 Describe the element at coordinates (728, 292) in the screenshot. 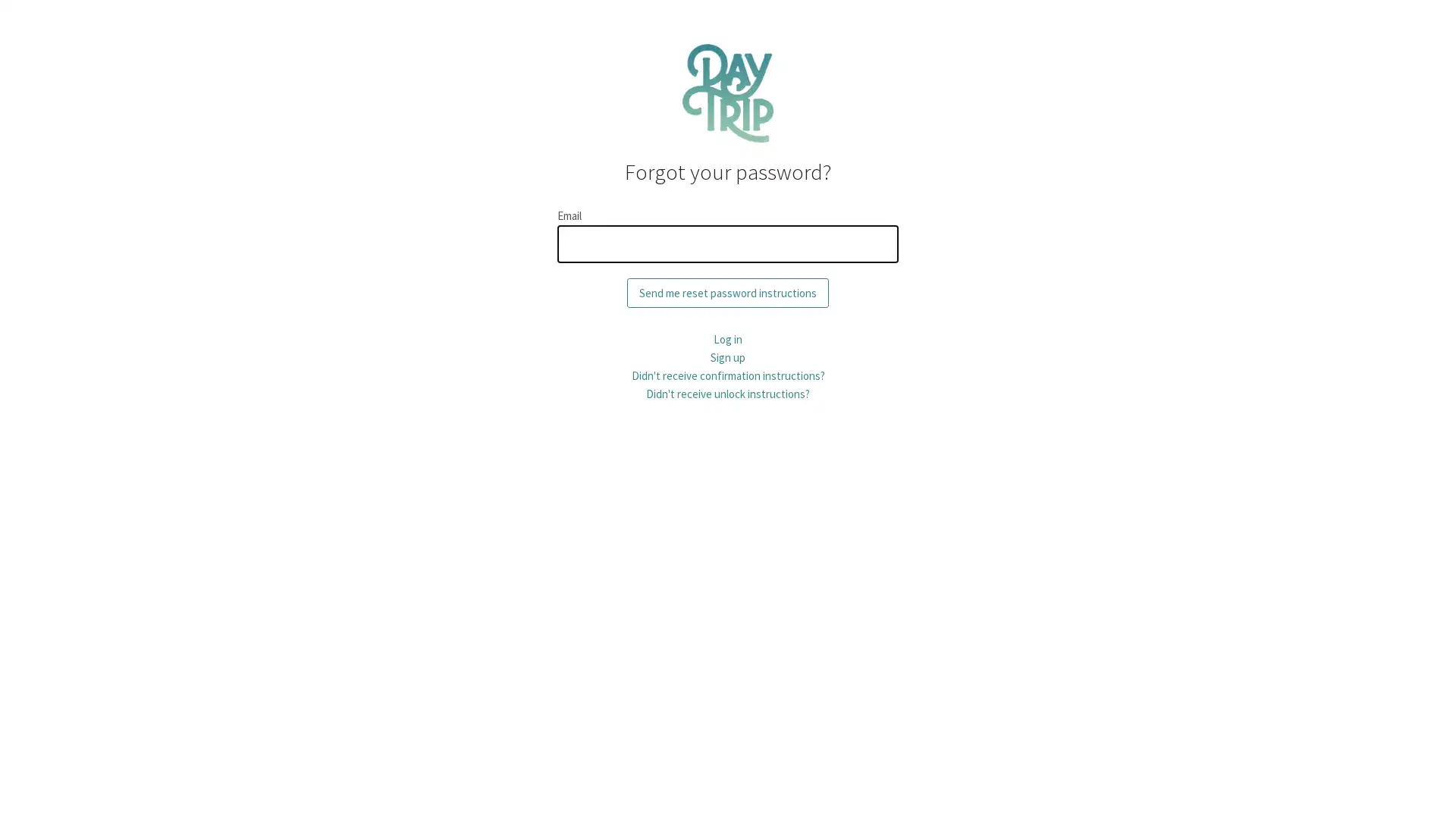

I see `Send me reset password instructions` at that location.